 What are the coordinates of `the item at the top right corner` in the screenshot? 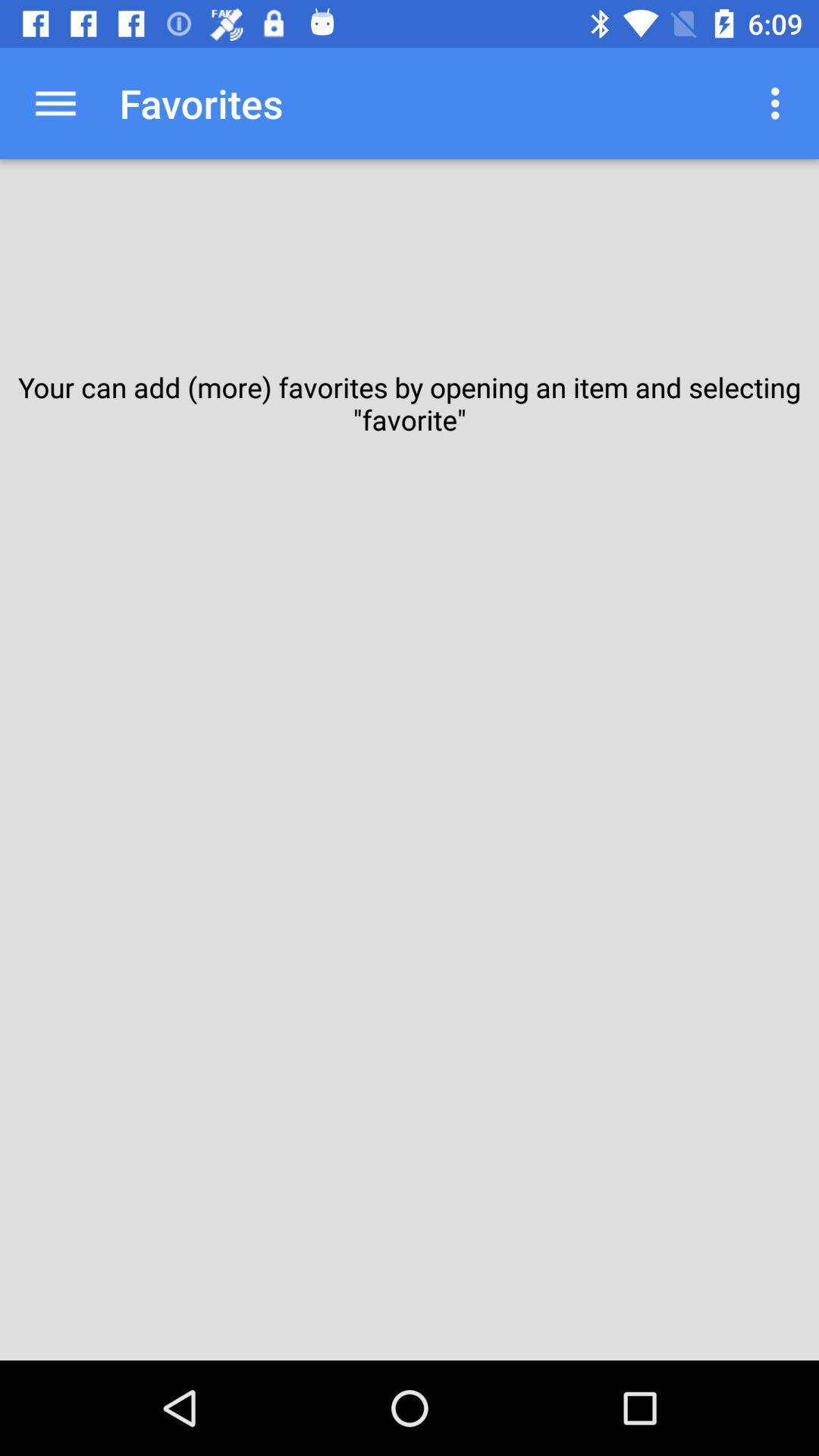 It's located at (779, 102).